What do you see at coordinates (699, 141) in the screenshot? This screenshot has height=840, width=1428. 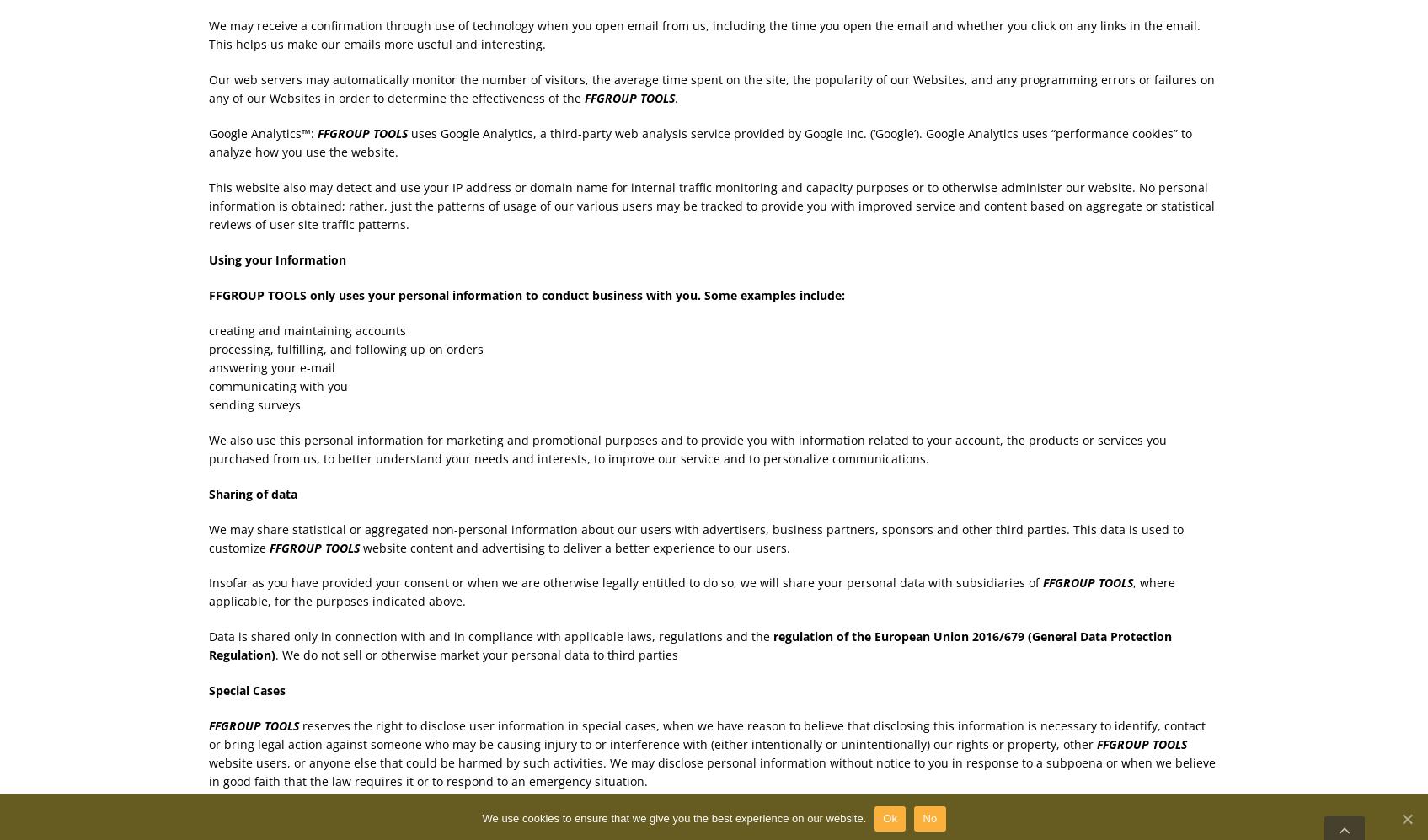 I see `'uses Google Analytics, a third-party web analysis service provided by Google Inc. (‘Google’). Google Analytics uses “performance cookies” to analyze how you use the website.'` at bounding box center [699, 141].